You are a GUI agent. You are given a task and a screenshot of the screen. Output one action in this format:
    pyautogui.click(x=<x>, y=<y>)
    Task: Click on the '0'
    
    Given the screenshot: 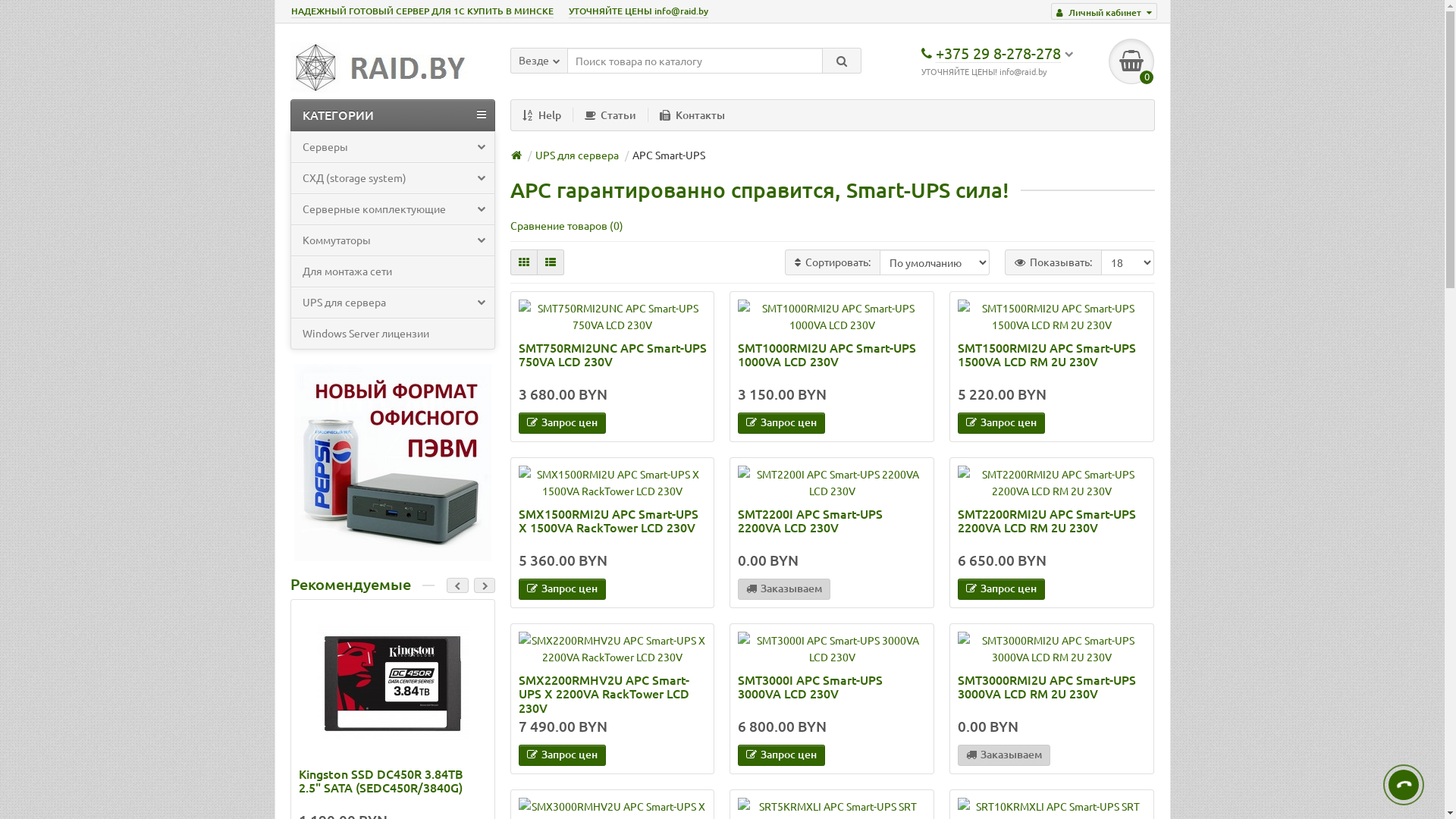 What is the action you would take?
    pyautogui.click(x=1131, y=61)
    